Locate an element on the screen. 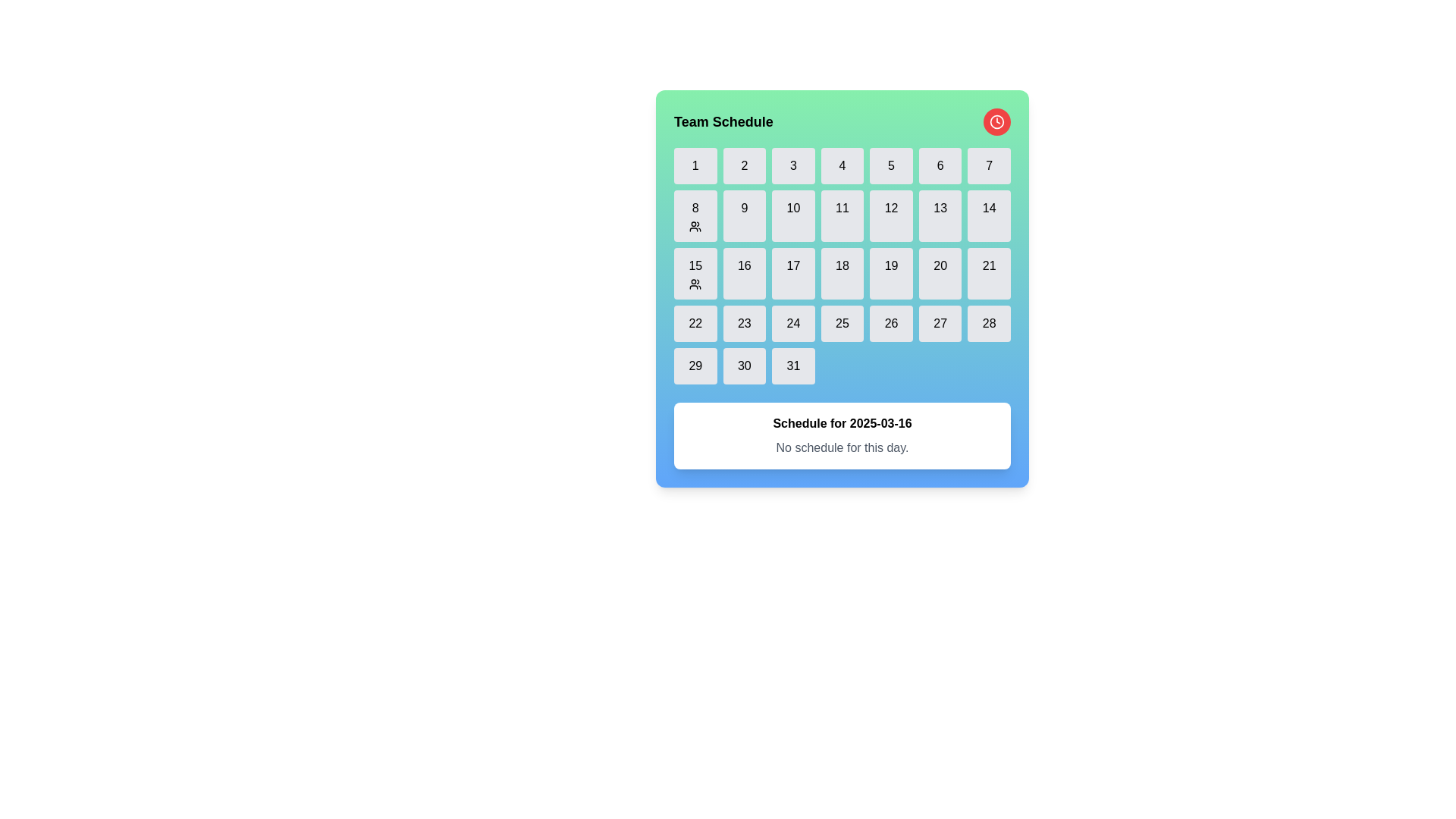 The width and height of the screenshot is (1456, 819). the button representing the selectable date '13' in the calendar interface is located at coordinates (940, 216).